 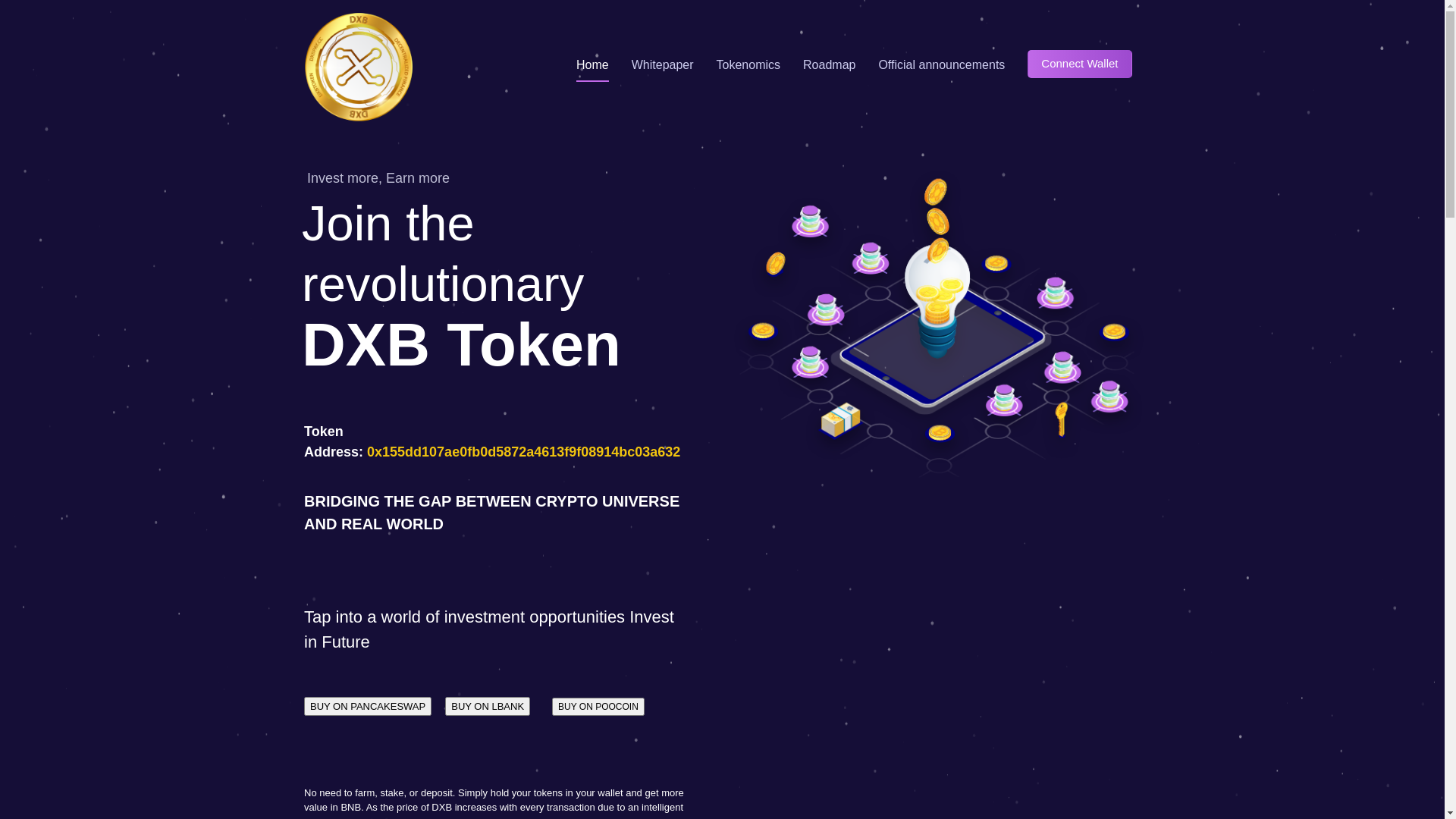 I want to click on 'Roadmap', so click(x=828, y=65).